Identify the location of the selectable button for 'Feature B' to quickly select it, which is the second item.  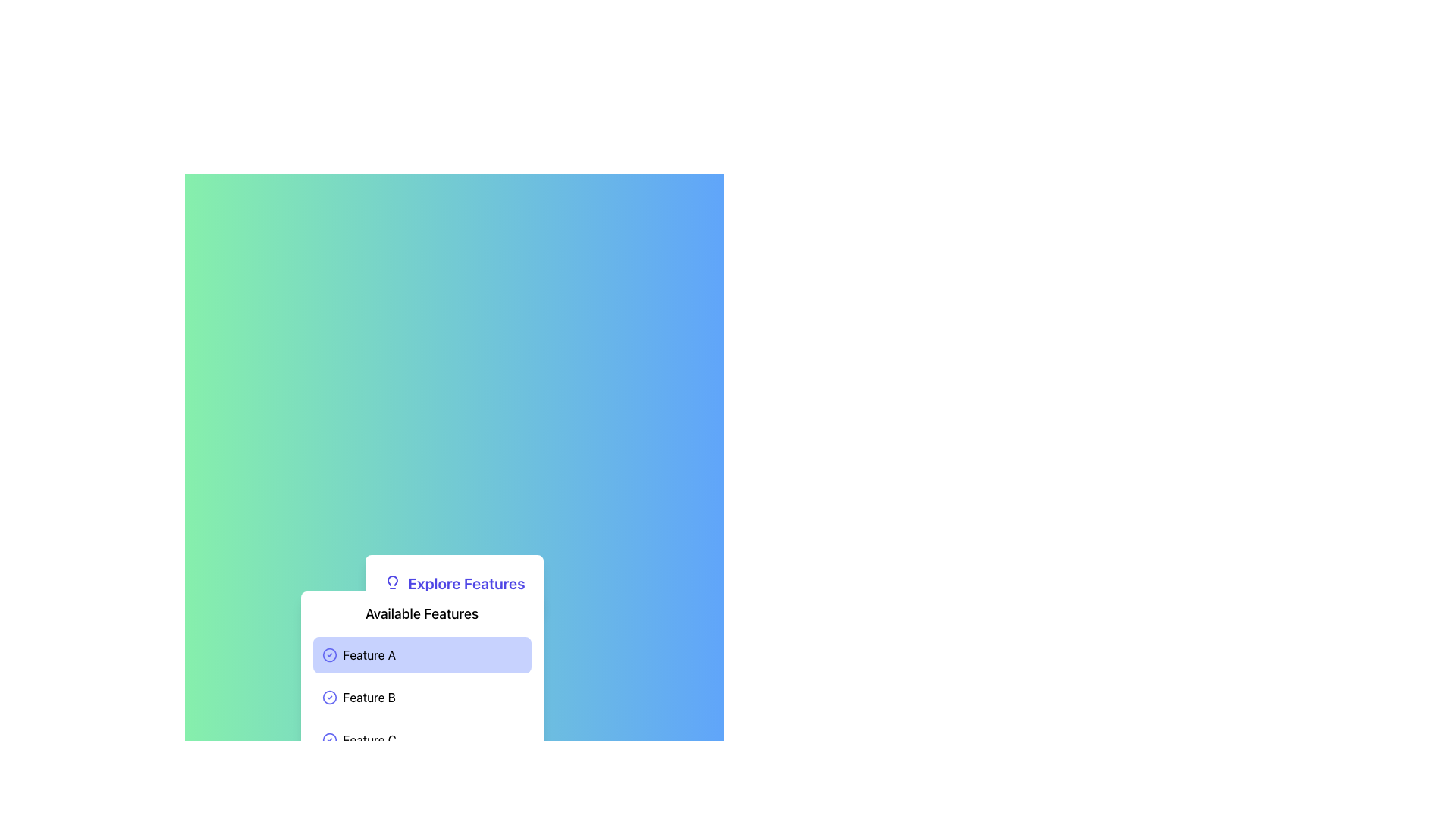
(422, 698).